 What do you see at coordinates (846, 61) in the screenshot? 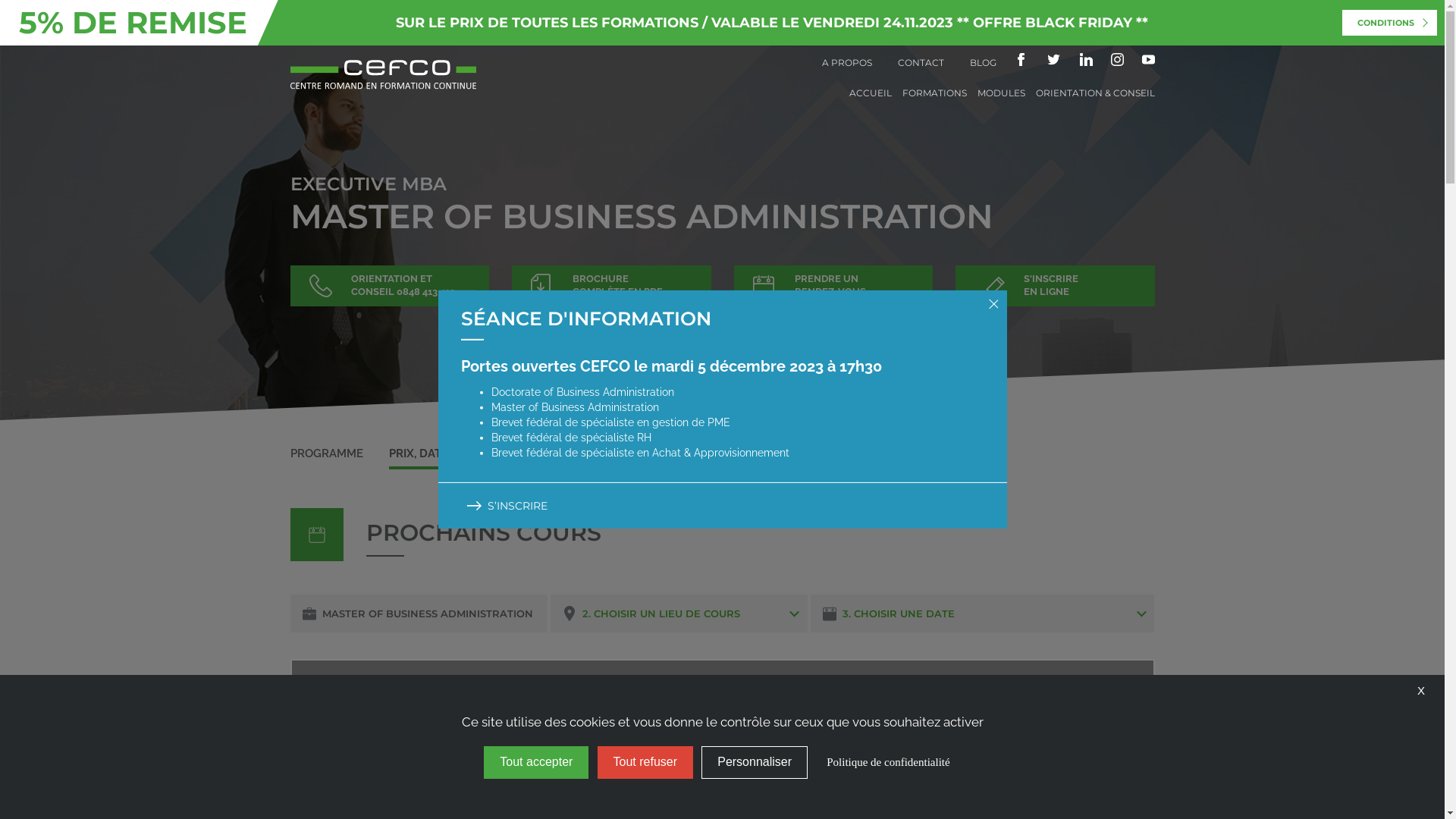
I see `'A PROPOS'` at bounding box center [846, 61].